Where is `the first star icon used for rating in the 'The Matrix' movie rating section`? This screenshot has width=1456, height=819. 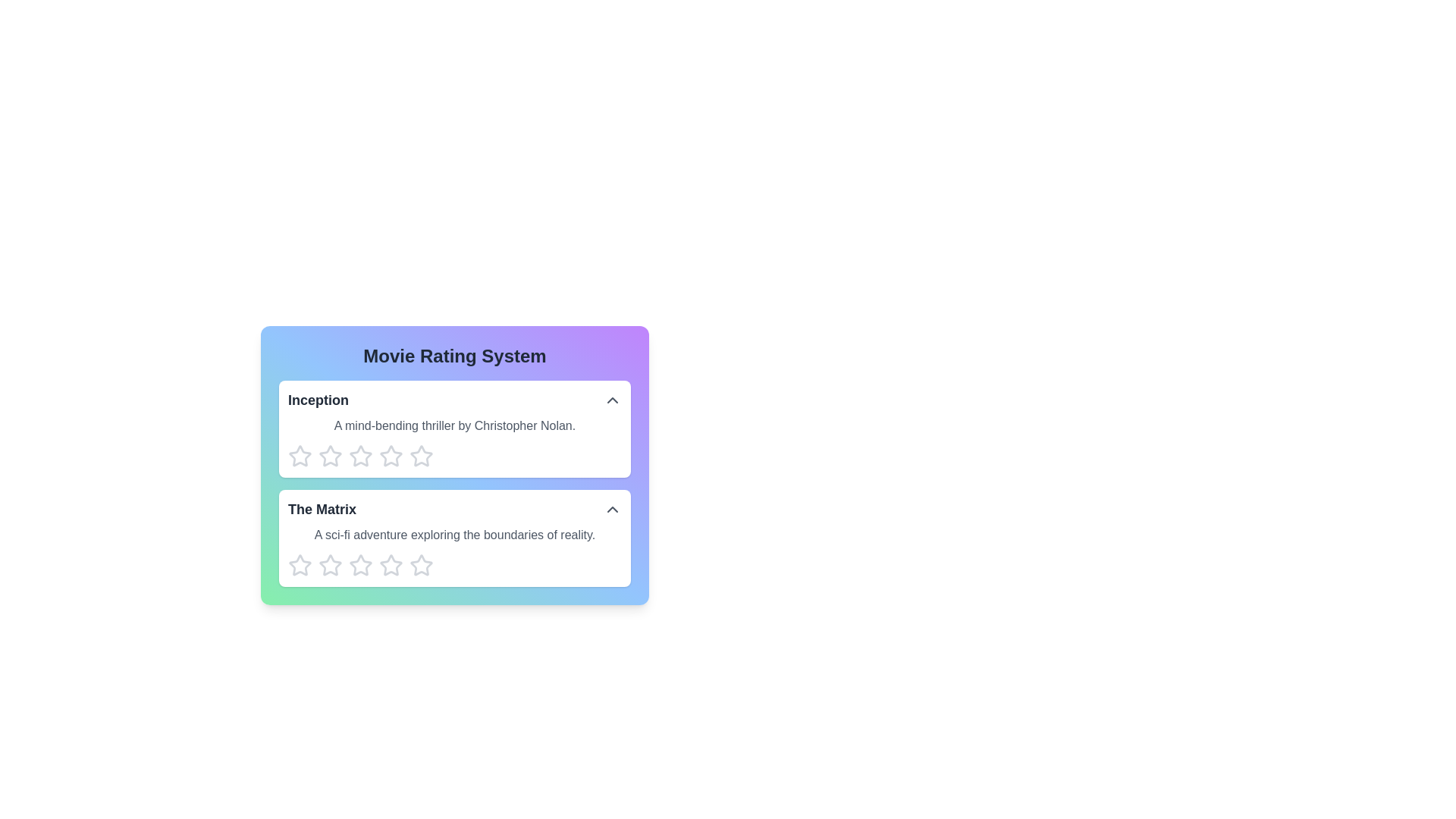
the first star icon used for rating in the 'The Matrix' movie rating section is located at coordinates (330, 565).